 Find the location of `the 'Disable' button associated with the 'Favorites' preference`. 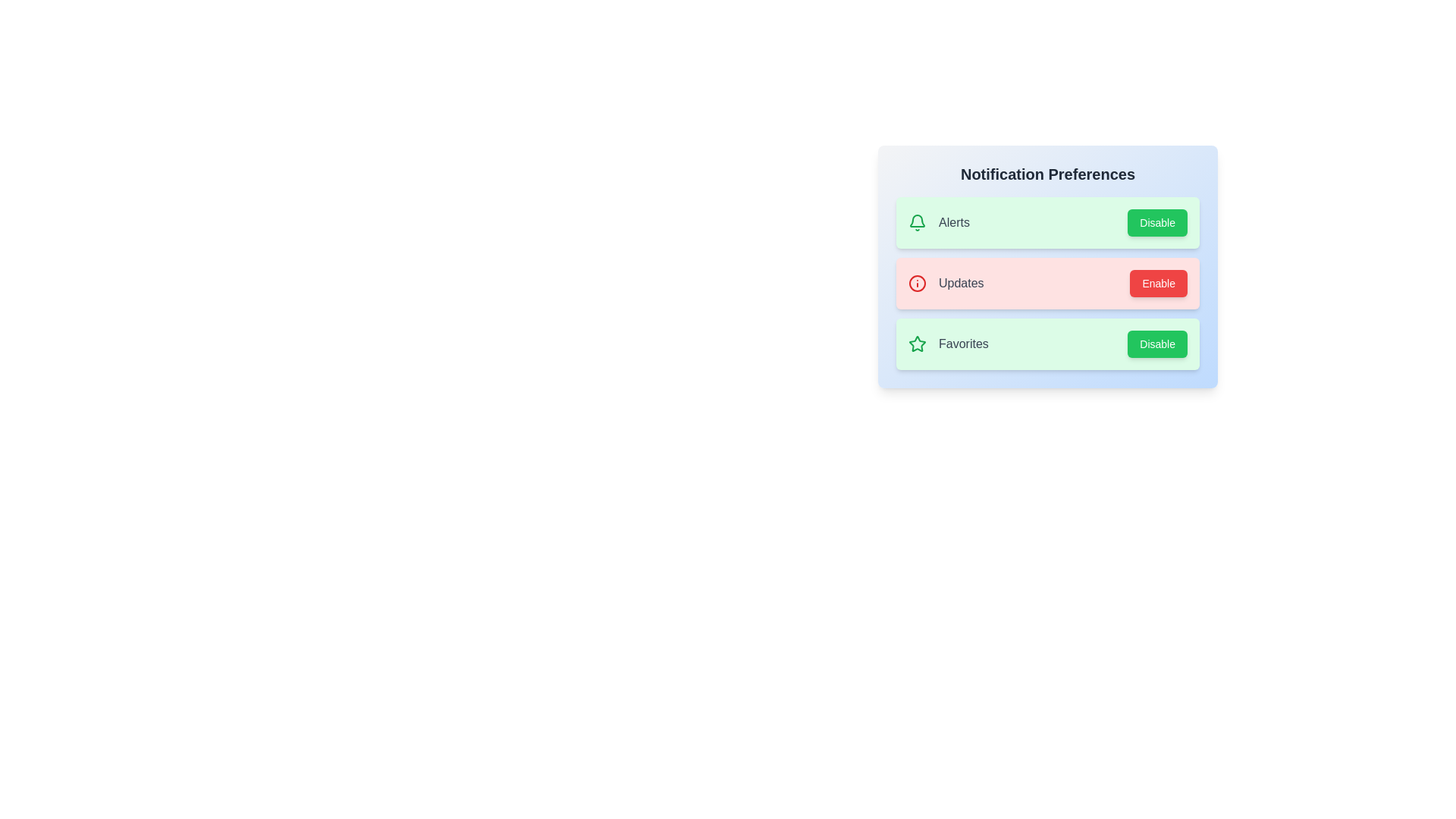

the 'Disable' button associated with the 'Favorites' preference is located at coordinates (1156, 344).